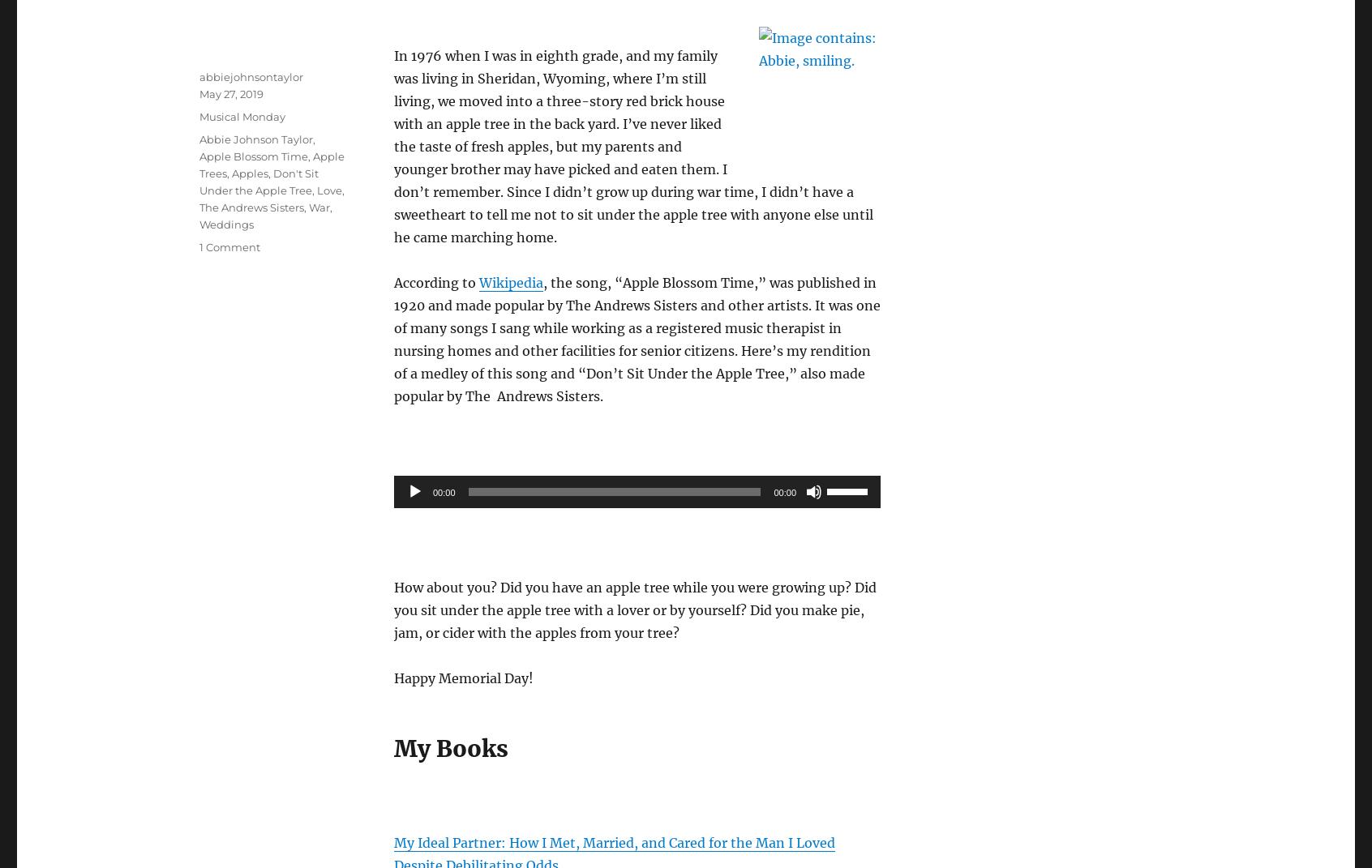 This screenshot has height=868, width=1372. What do you see at coordinates (436, 280) in the screenshot?
I see `'According to'` at bounding box center [436, 280].